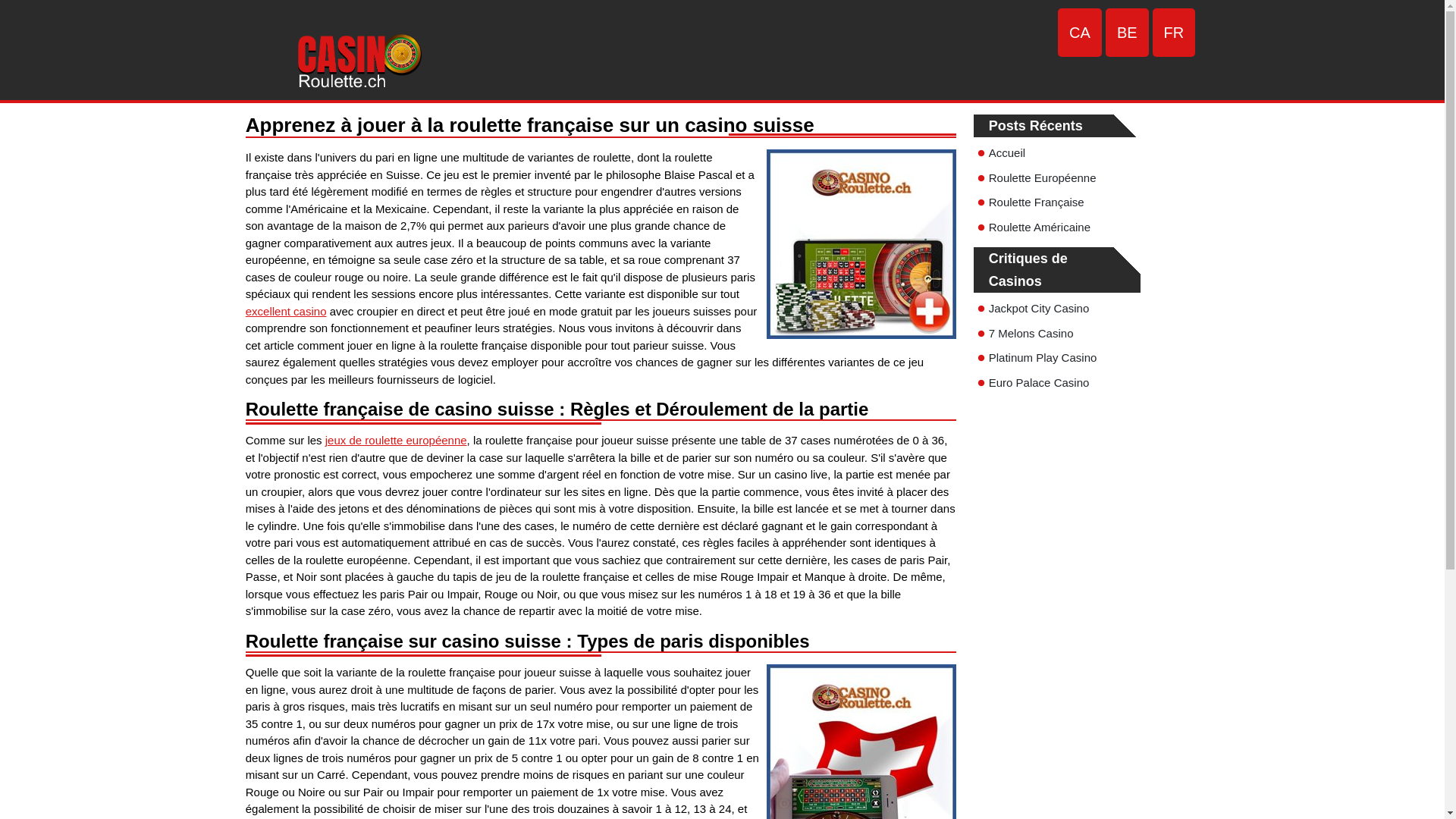 This screenshot has width=1456, height=819. I want to click on 'FR', so click(1173, 32).